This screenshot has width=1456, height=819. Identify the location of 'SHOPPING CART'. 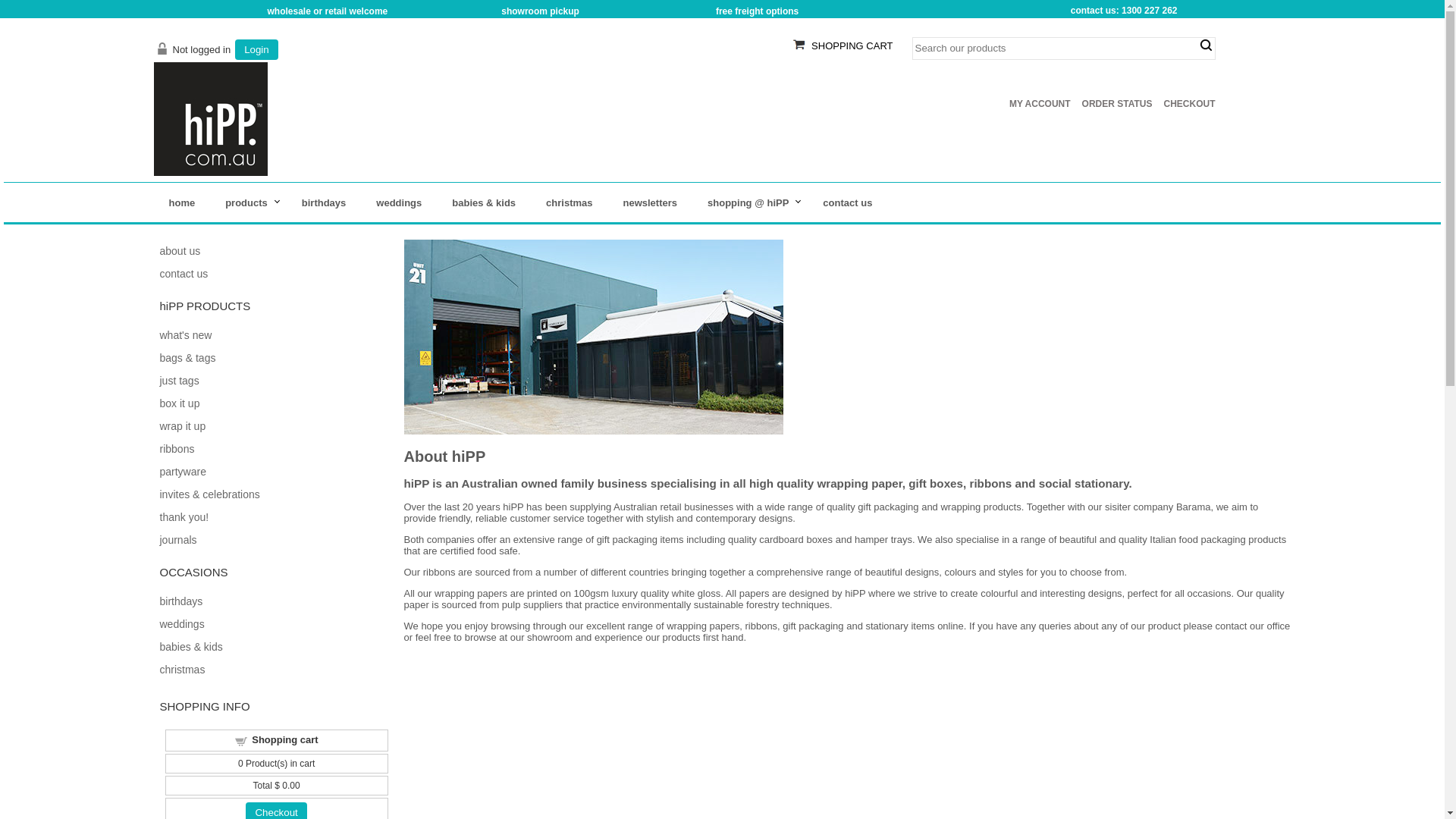
(852, 45).